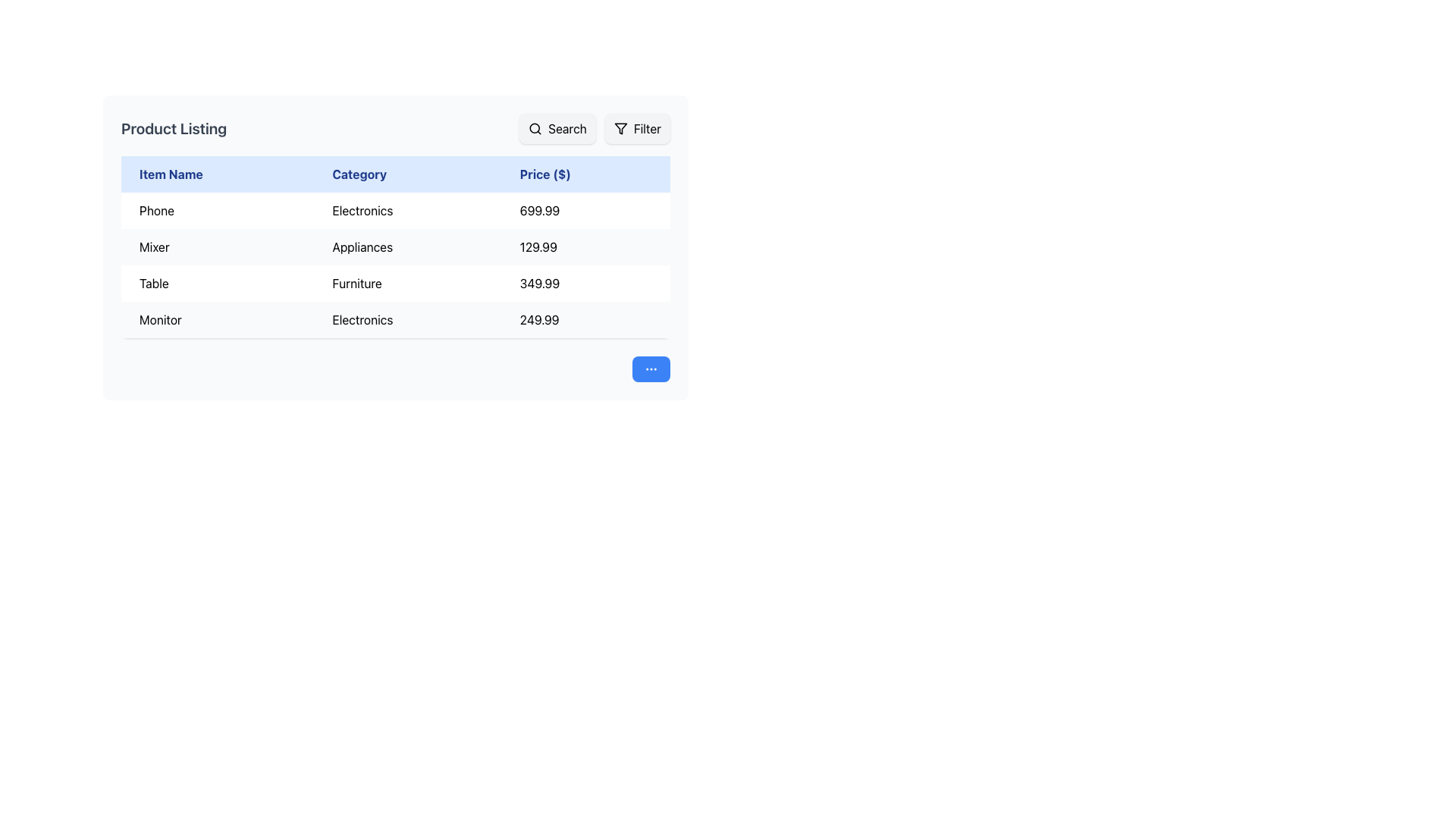  Describe the element at coordinates (620, 127) in the screenshot. I see `the funnel icon inside the 'Filter' button located at the top-right corner of the interface` at that location.